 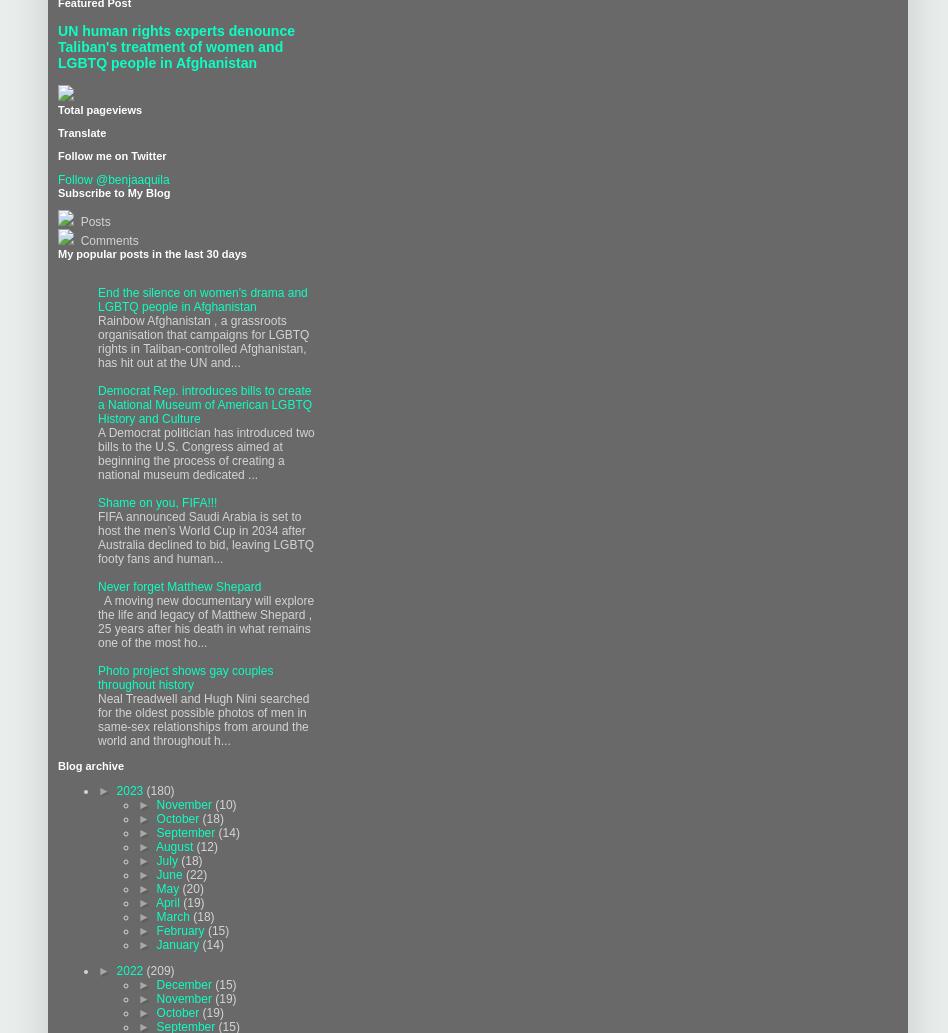 I want to click on 'Photo project shows gay couples throughout history', so click(x=184, y=676).